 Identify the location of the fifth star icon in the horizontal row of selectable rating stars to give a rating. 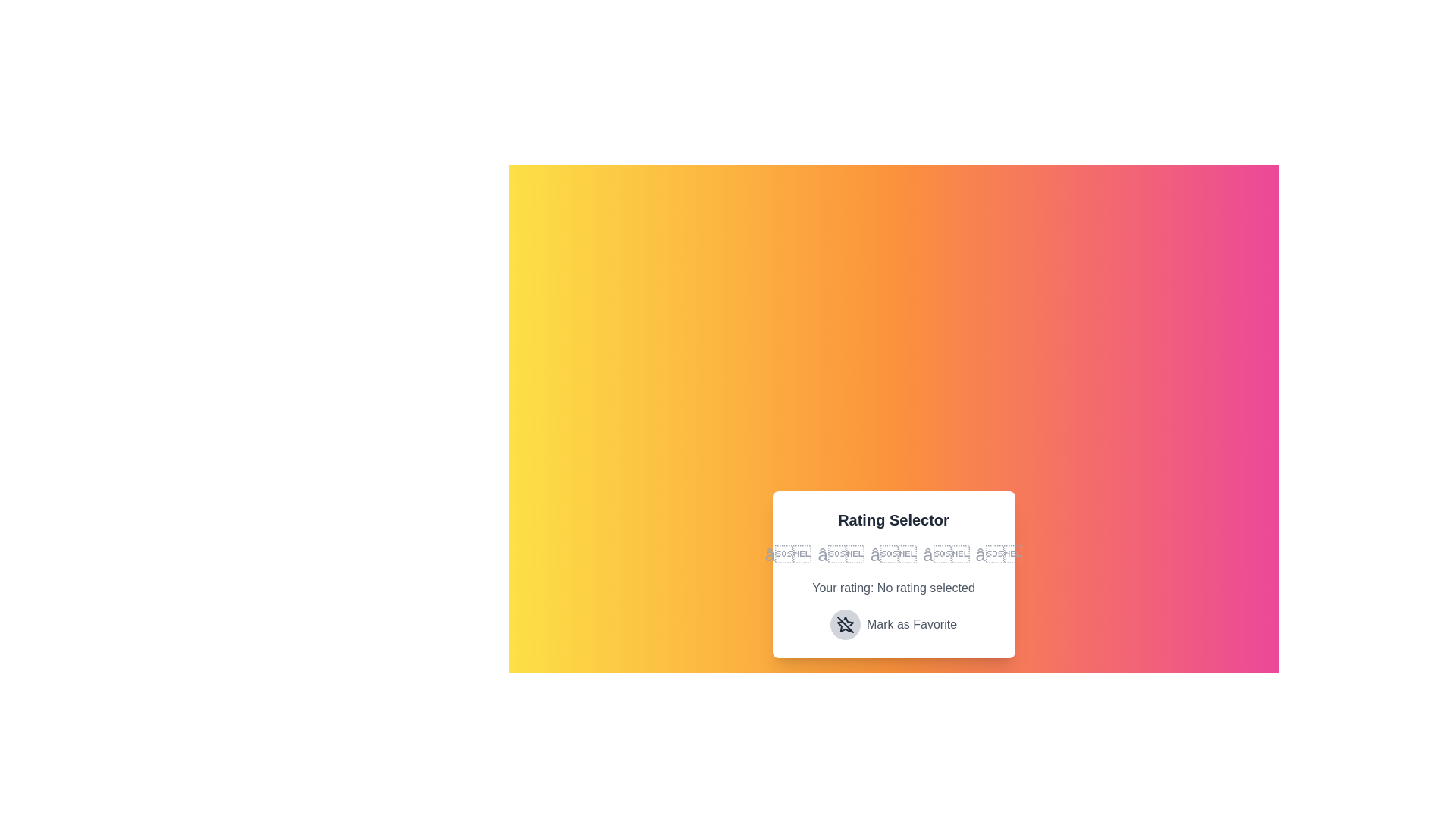
(999, 555).